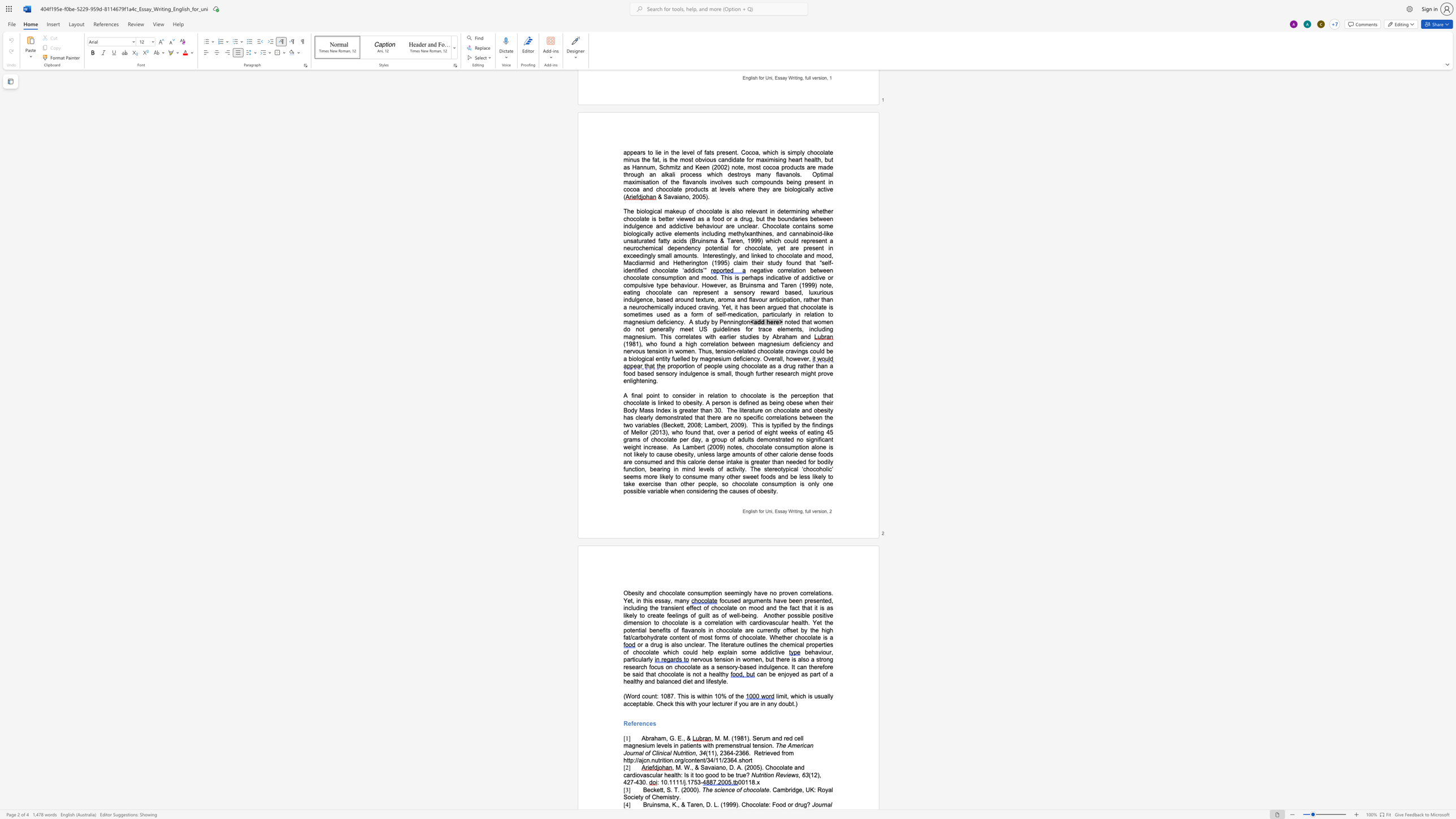 This screenshot has height=819, width=1456. What do you see at coordinates (626, 760) in the screenshot?
I see `the space between the continuous character "h" and "t" in the text` at bounding box center [626, 760].